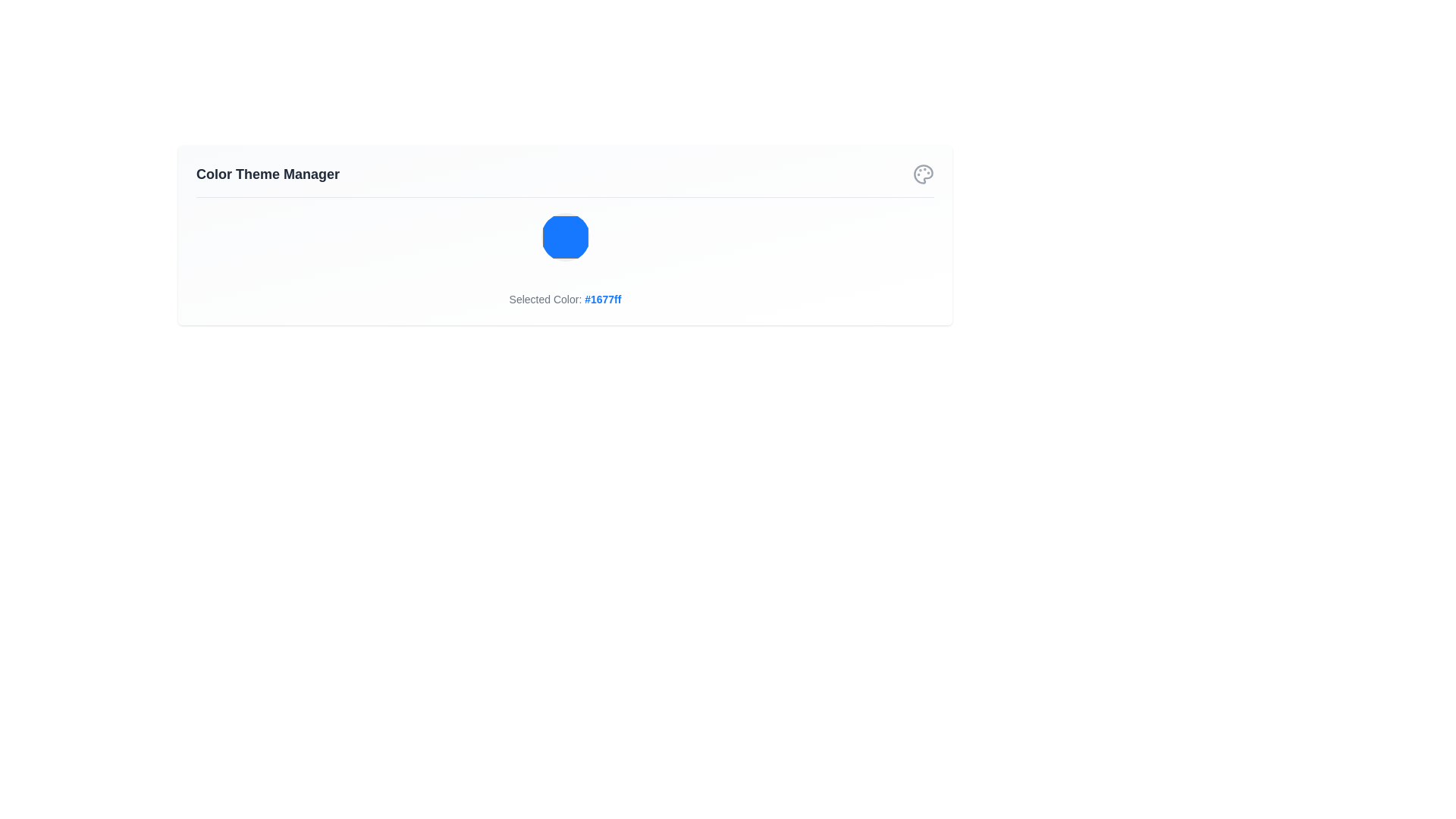 This screenshot has width=1456, height=819. What do you see at coordinates (602, 299) in the screenshot?
I see `the text element displaying the color code '#1677ff', which is part of the line 'Selected Color' and located below a blue shape` at bounding box center [602, 299].